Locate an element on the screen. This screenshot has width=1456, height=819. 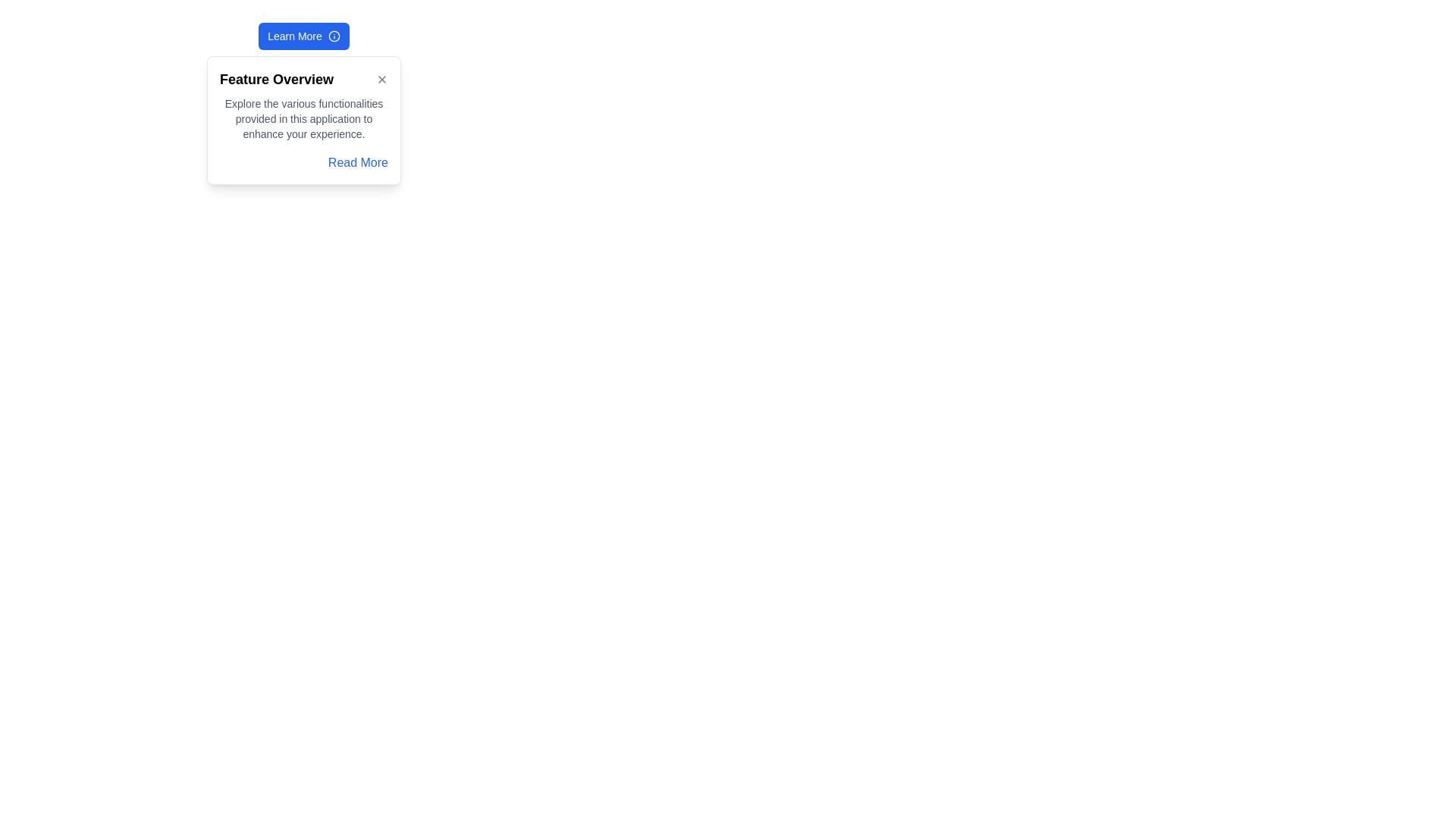
the 'Read More' hyperlink located at the bottom right corner of the white informational card titled 'Feature Overview' is located at coordinates (356, 162).